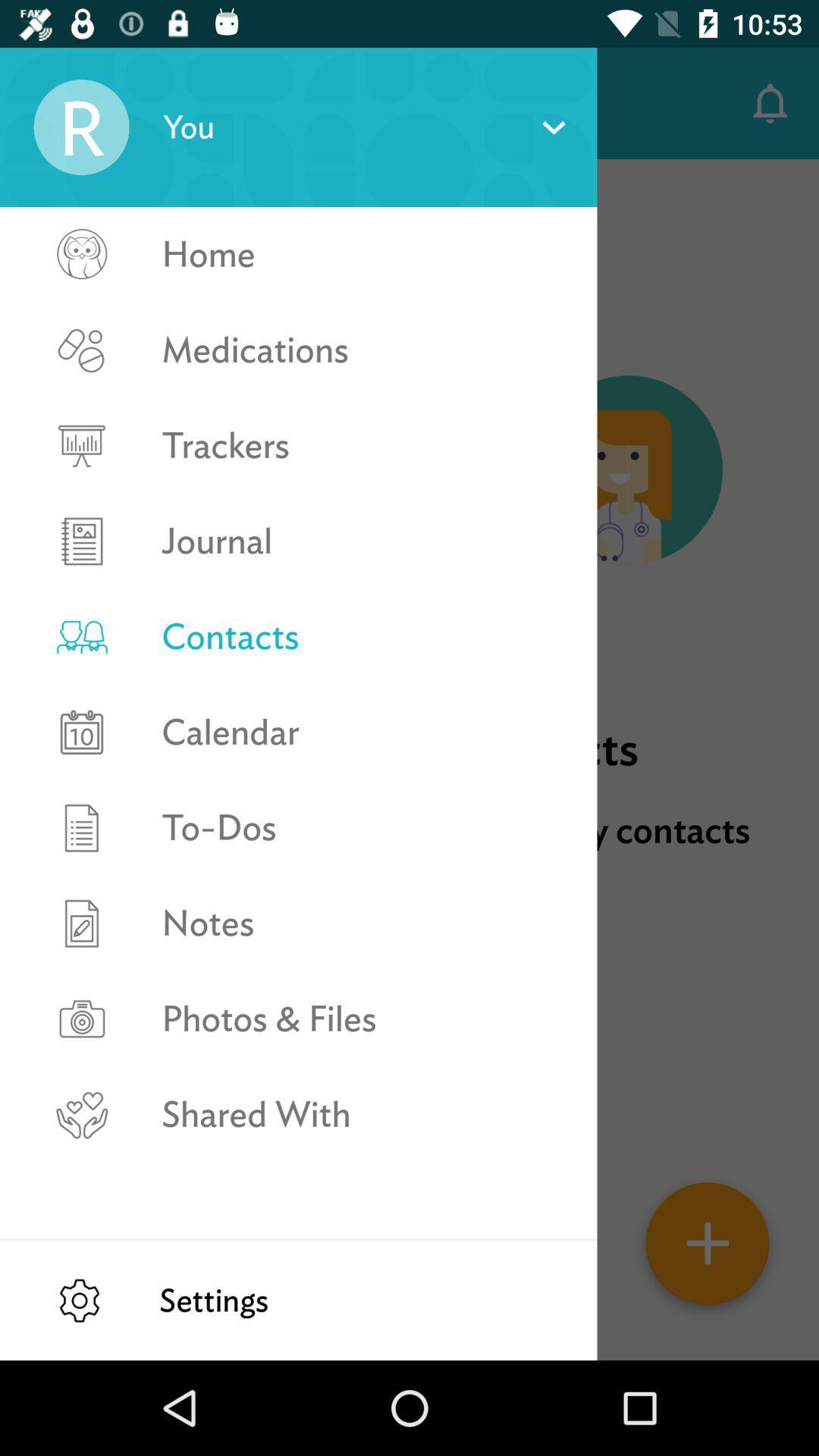  What do you see at coordinates (363, 732) in the screenshot?
I see `the calendar` at bounding box center [363, 732].